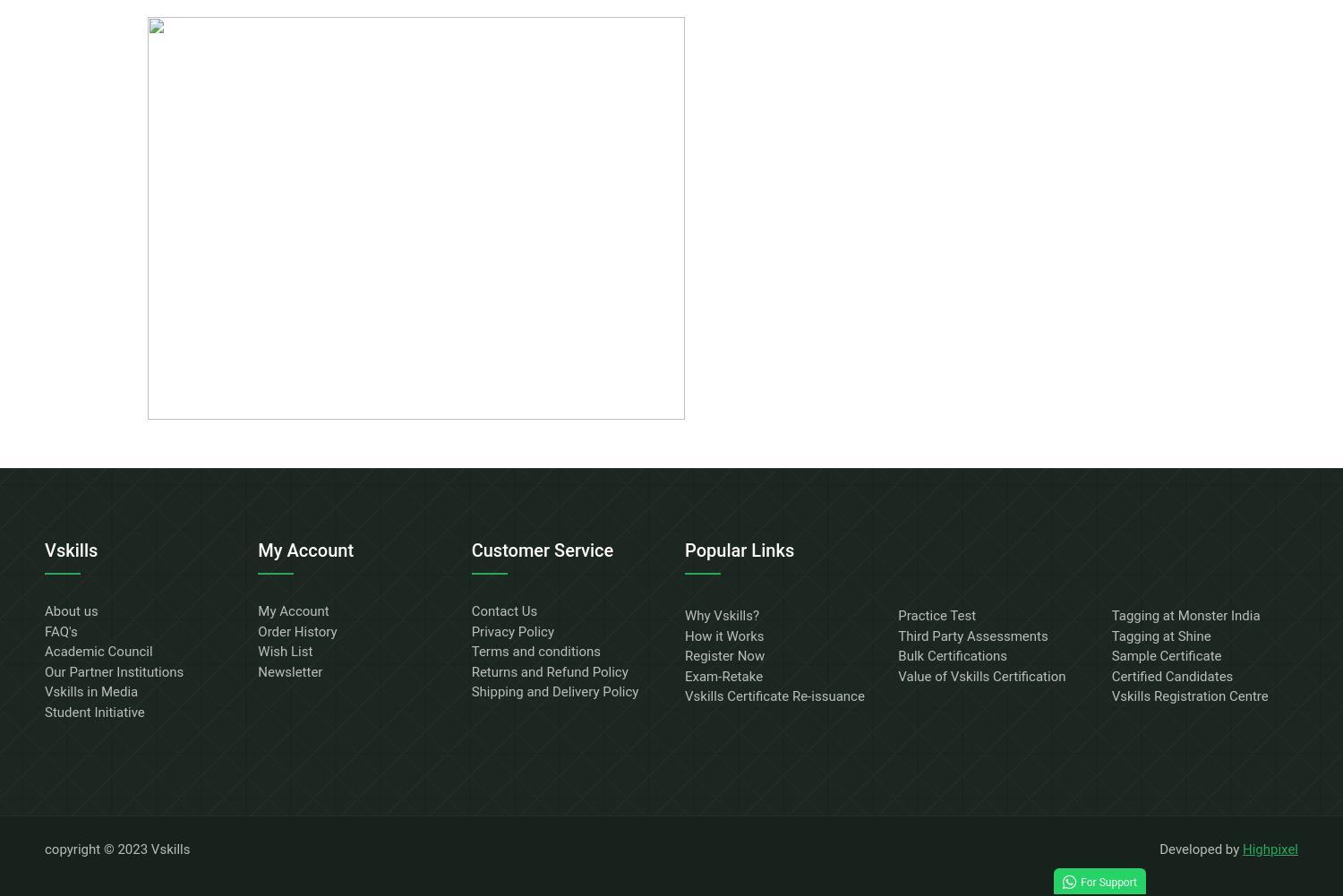  I want to click on 'Bulk Certifications', so click(951, 656).